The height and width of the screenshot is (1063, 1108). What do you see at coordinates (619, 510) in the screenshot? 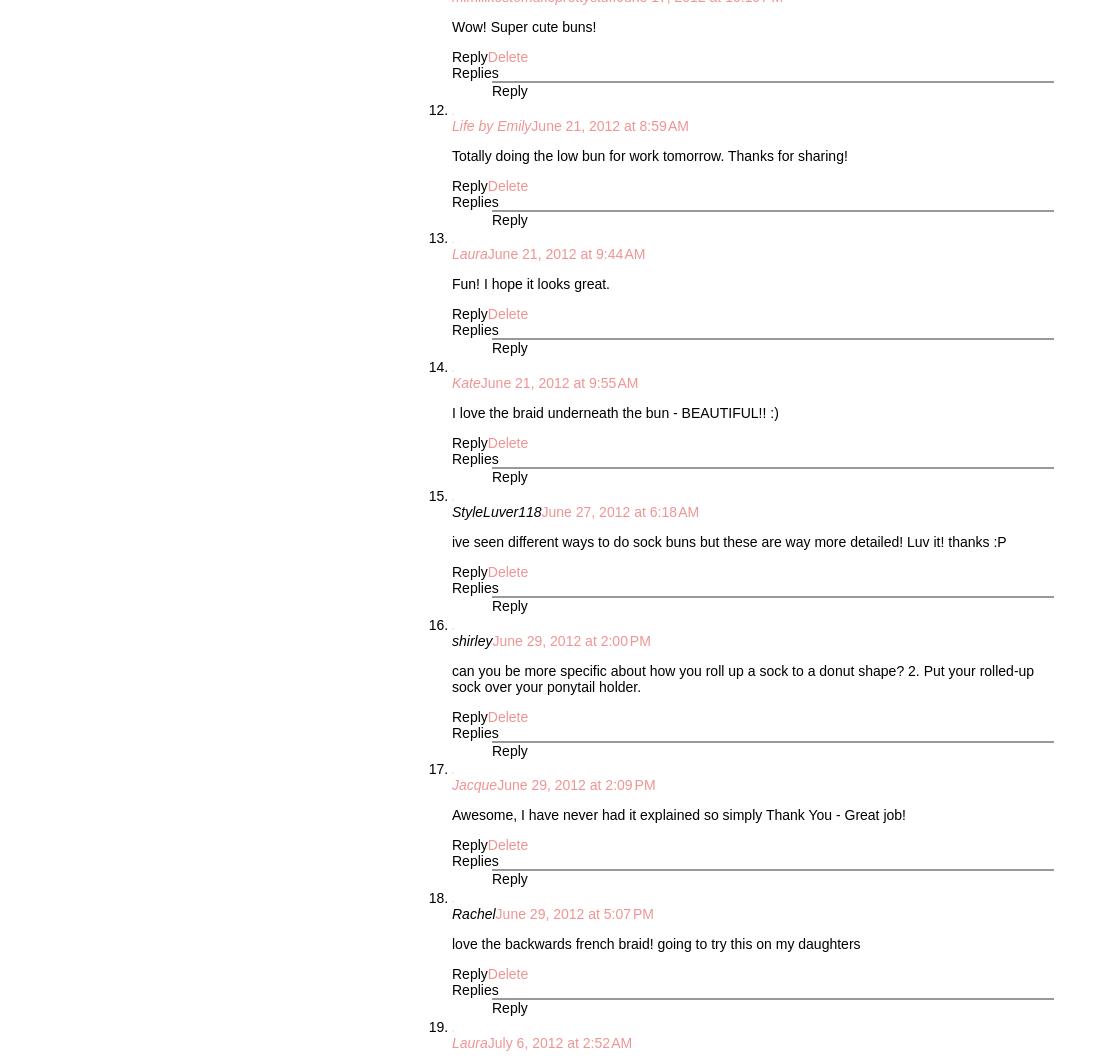
I see `'June 27, 2012 at 6:18 AM'` at bounding box center [619, 510].